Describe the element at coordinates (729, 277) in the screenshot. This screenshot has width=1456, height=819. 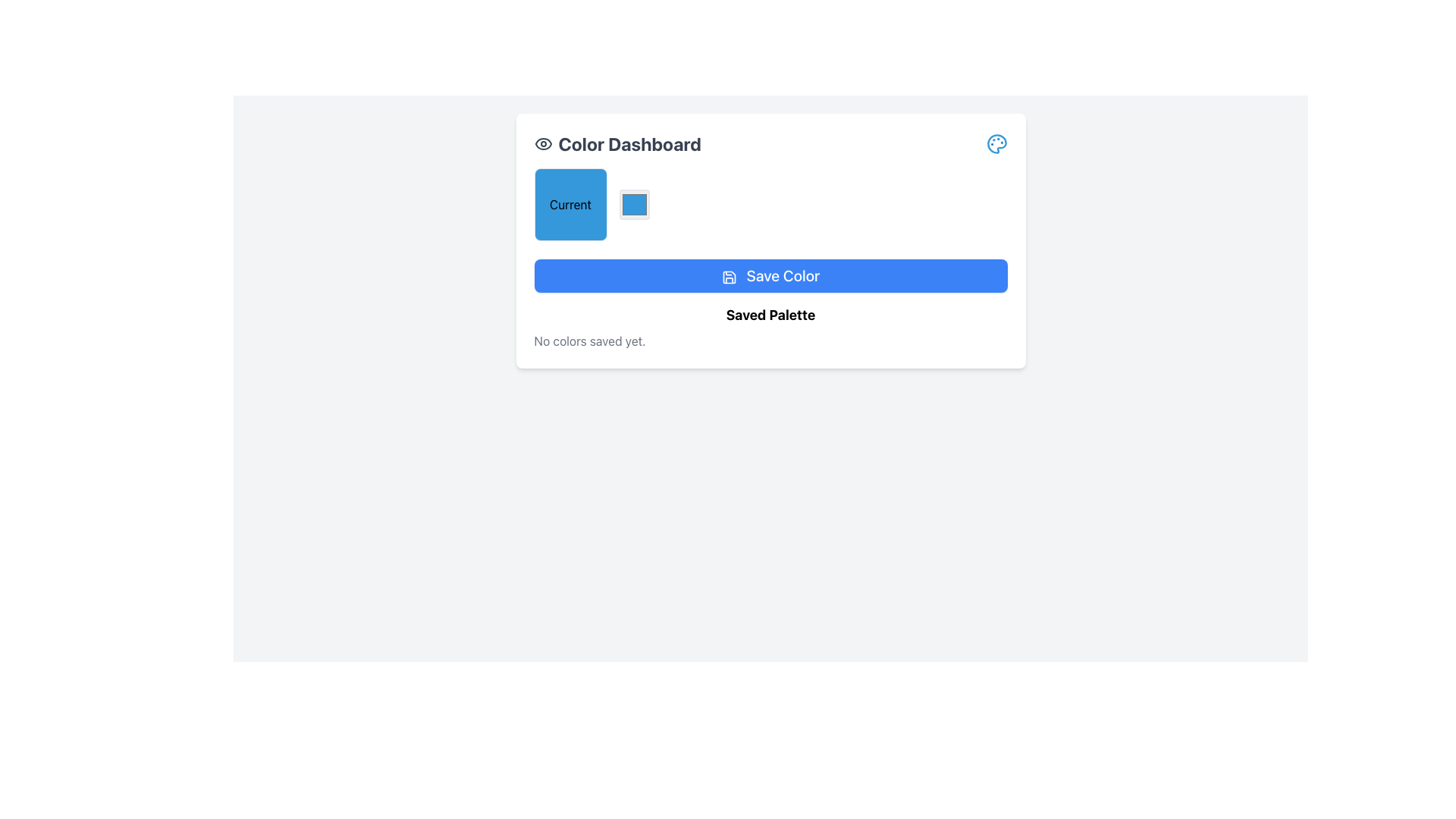
I see `the floppy disk icon located to the left of the 'Save Color' text within the rounded blue button` at that location.